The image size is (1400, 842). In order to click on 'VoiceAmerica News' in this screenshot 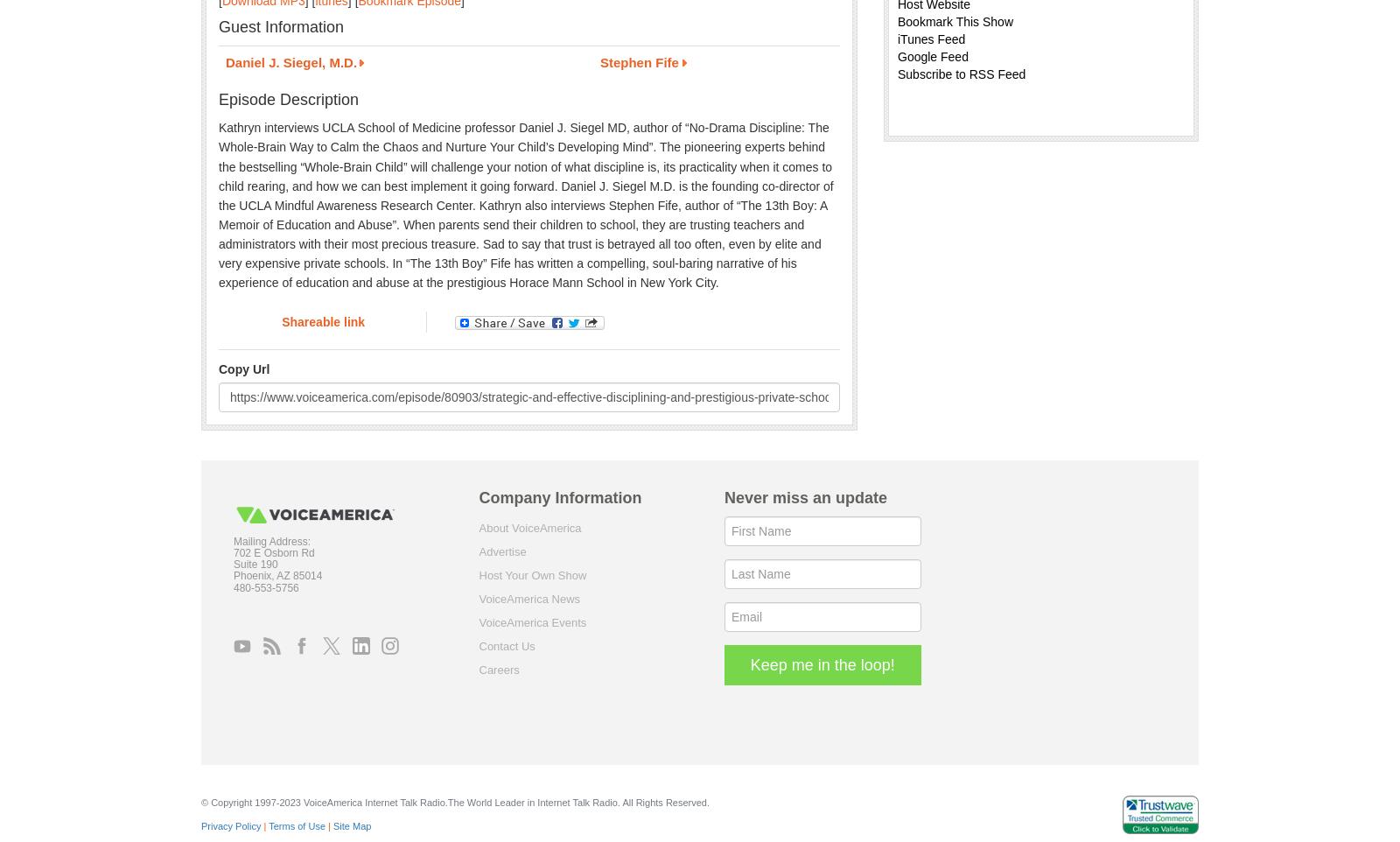, I will do `click(528, 597)`.